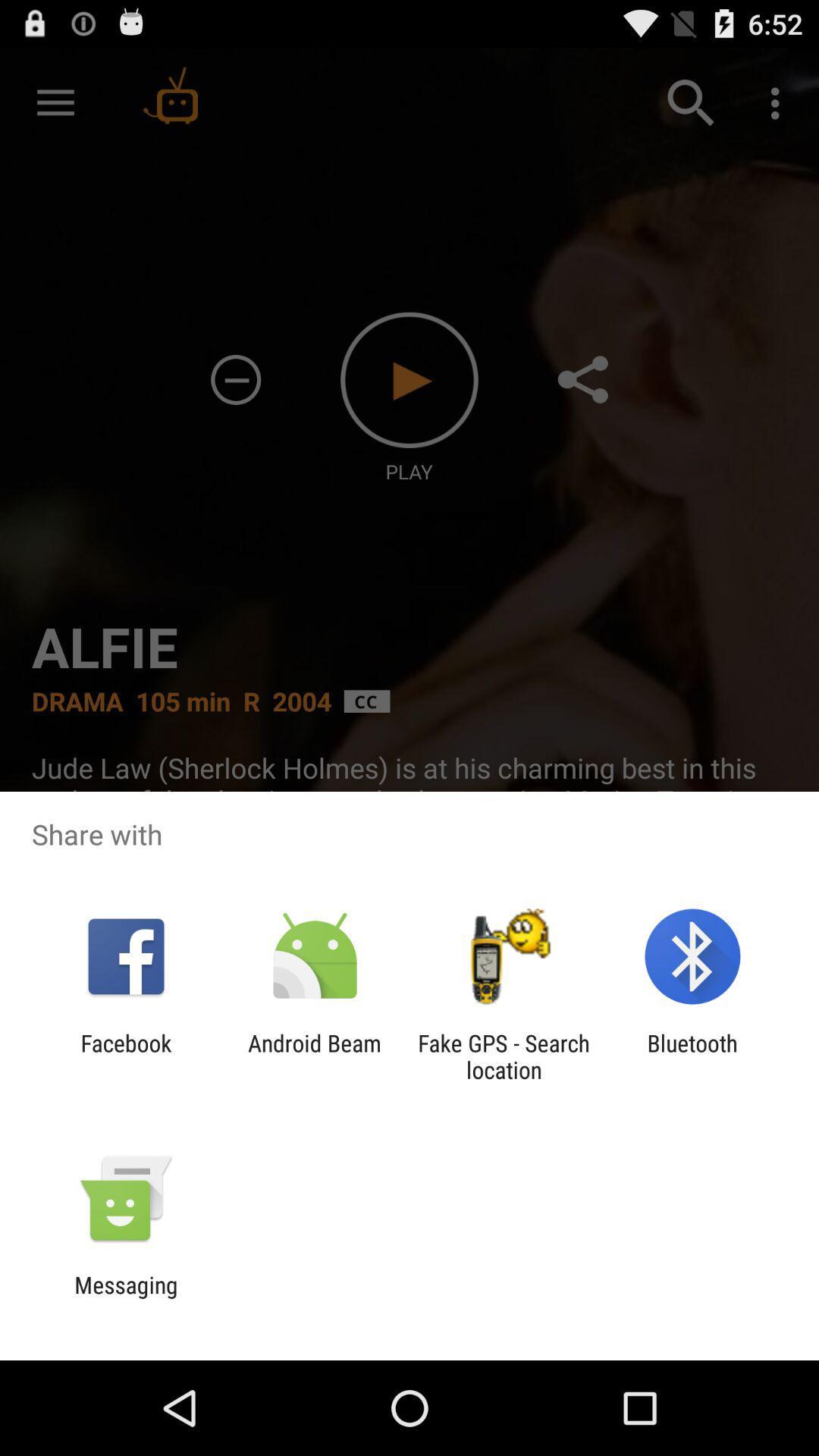 The image size is (819, 1456). What do you see at coordinates (125, 1056) in the screenshot?
I see `icon next to android beam app` at bounding box center [125, 1056].